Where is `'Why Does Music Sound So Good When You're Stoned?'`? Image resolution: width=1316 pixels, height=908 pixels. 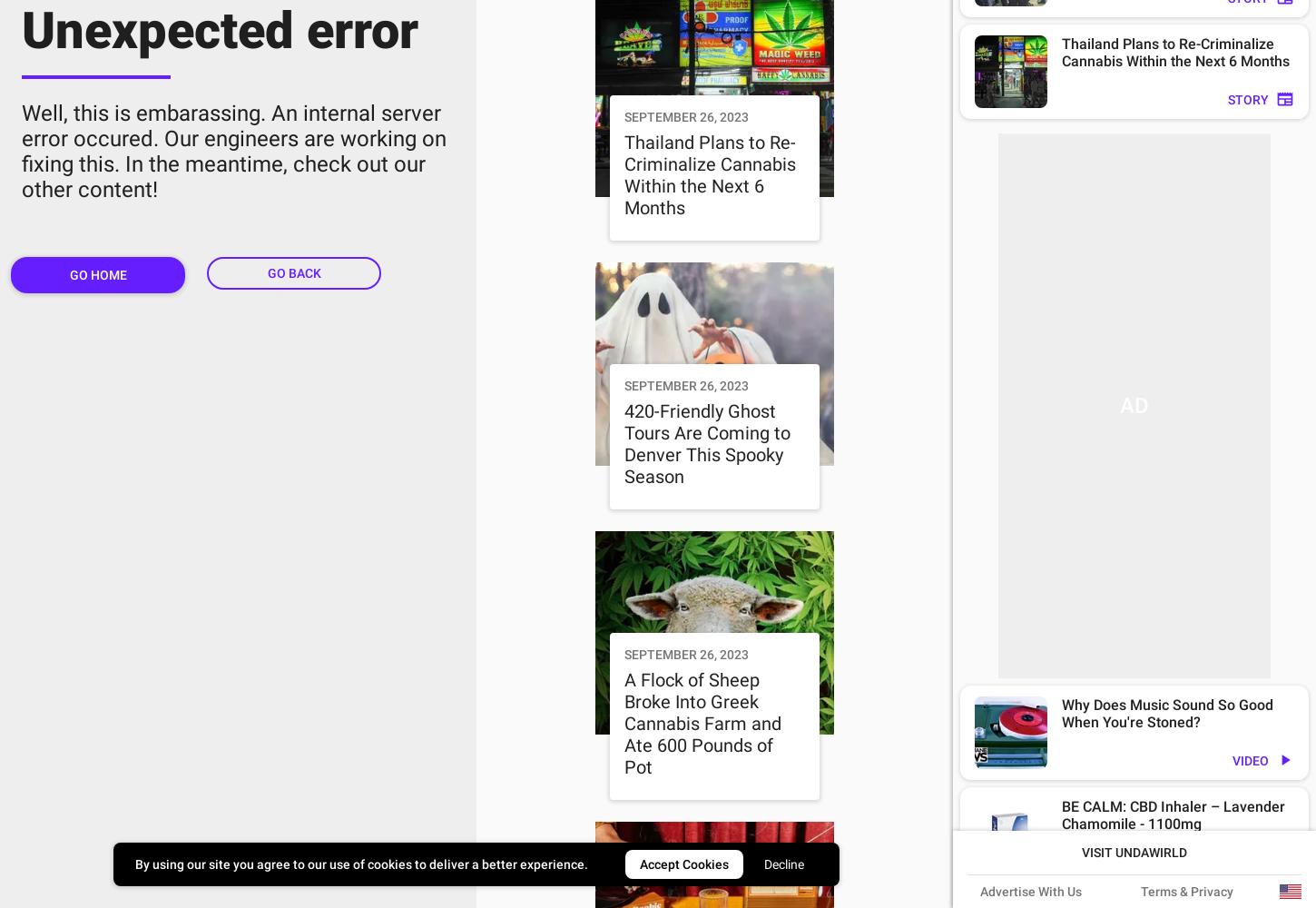
'Why Does Music Sound So Good When You're Stoned?' is located at coordinates (1169, 714).